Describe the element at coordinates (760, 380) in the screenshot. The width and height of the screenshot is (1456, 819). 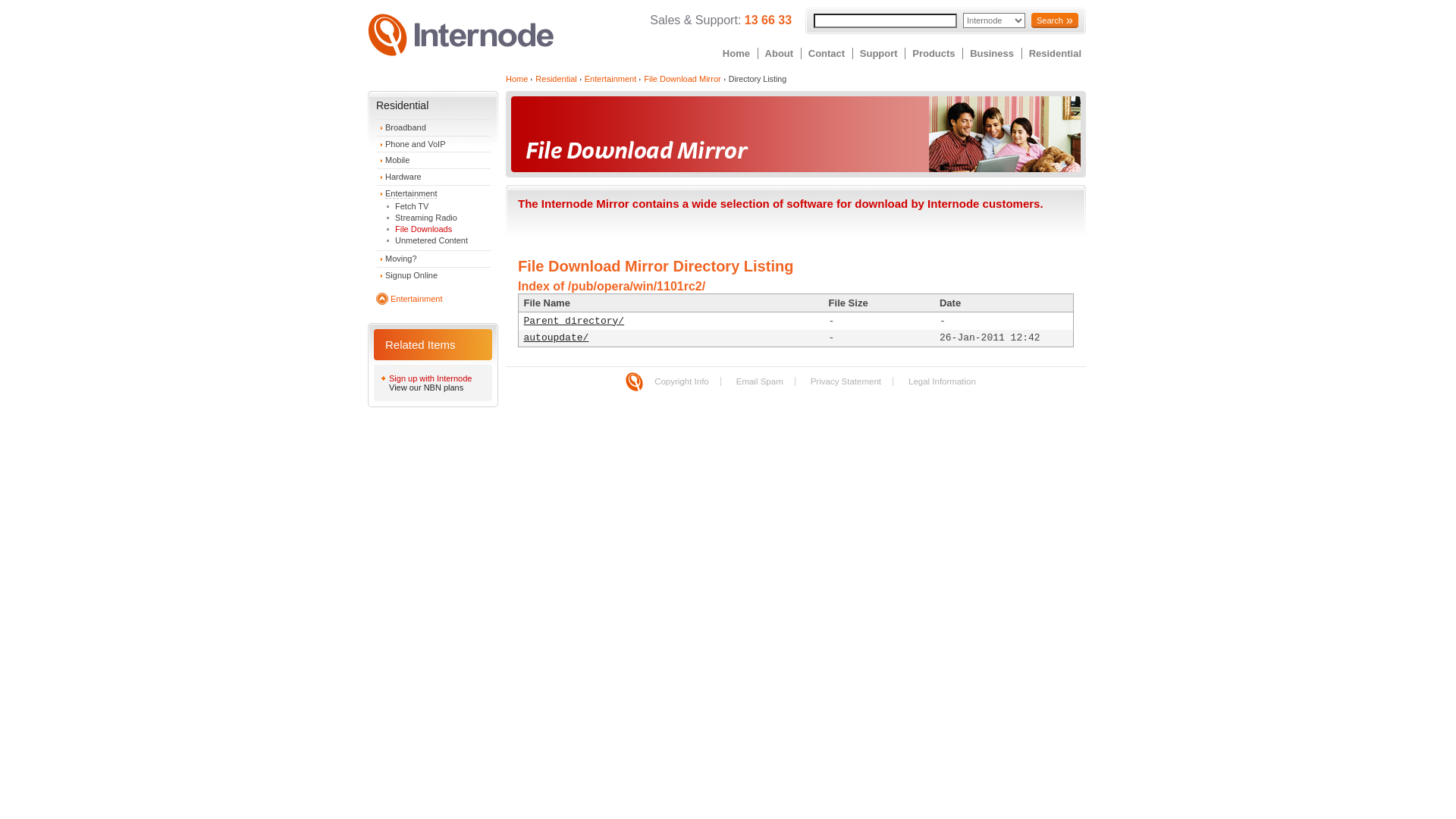
I see `'Email Spam'` at that location.